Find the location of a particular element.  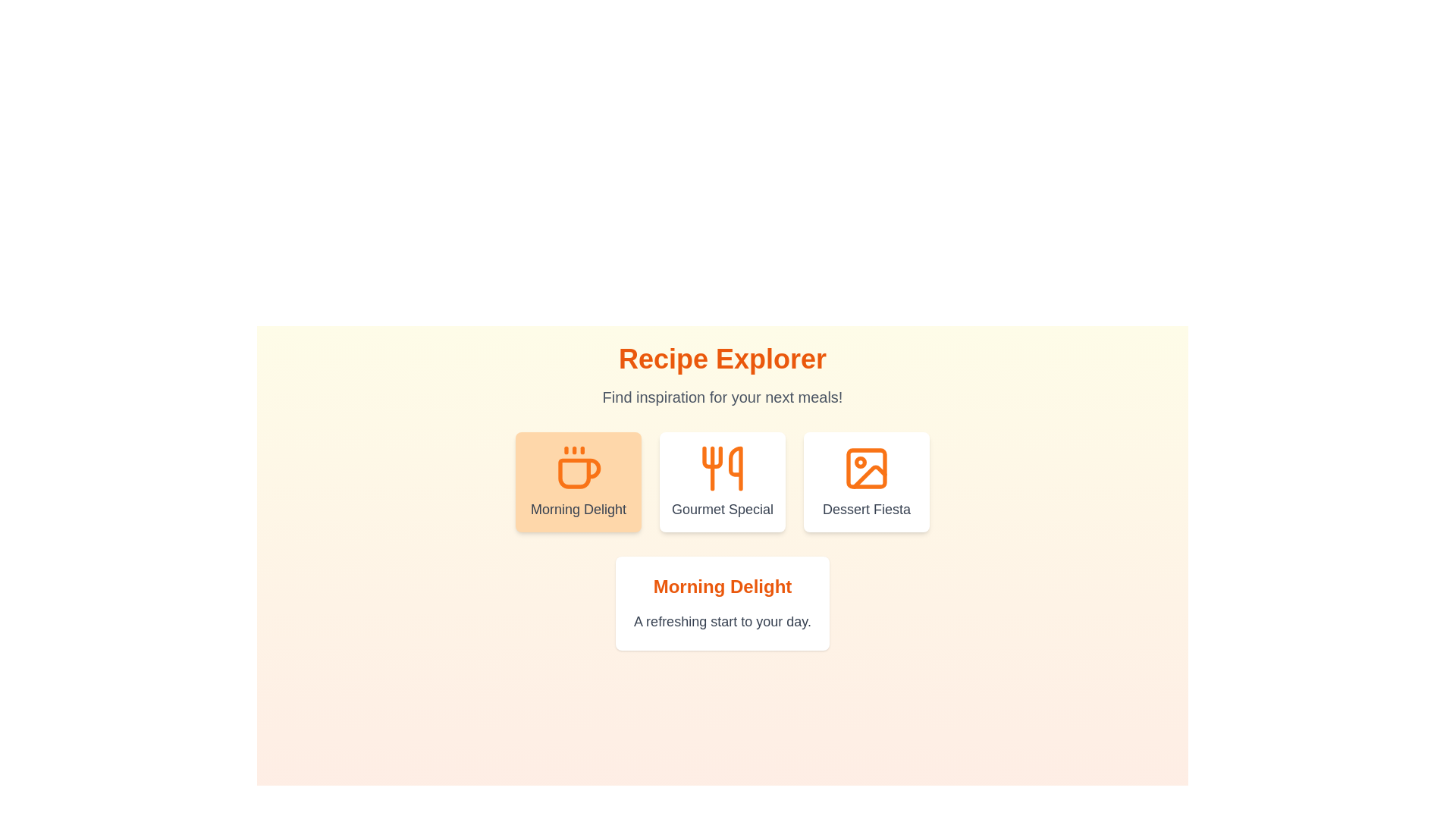

the 'Gourmet Special' card is located at coordinates (722, 482).